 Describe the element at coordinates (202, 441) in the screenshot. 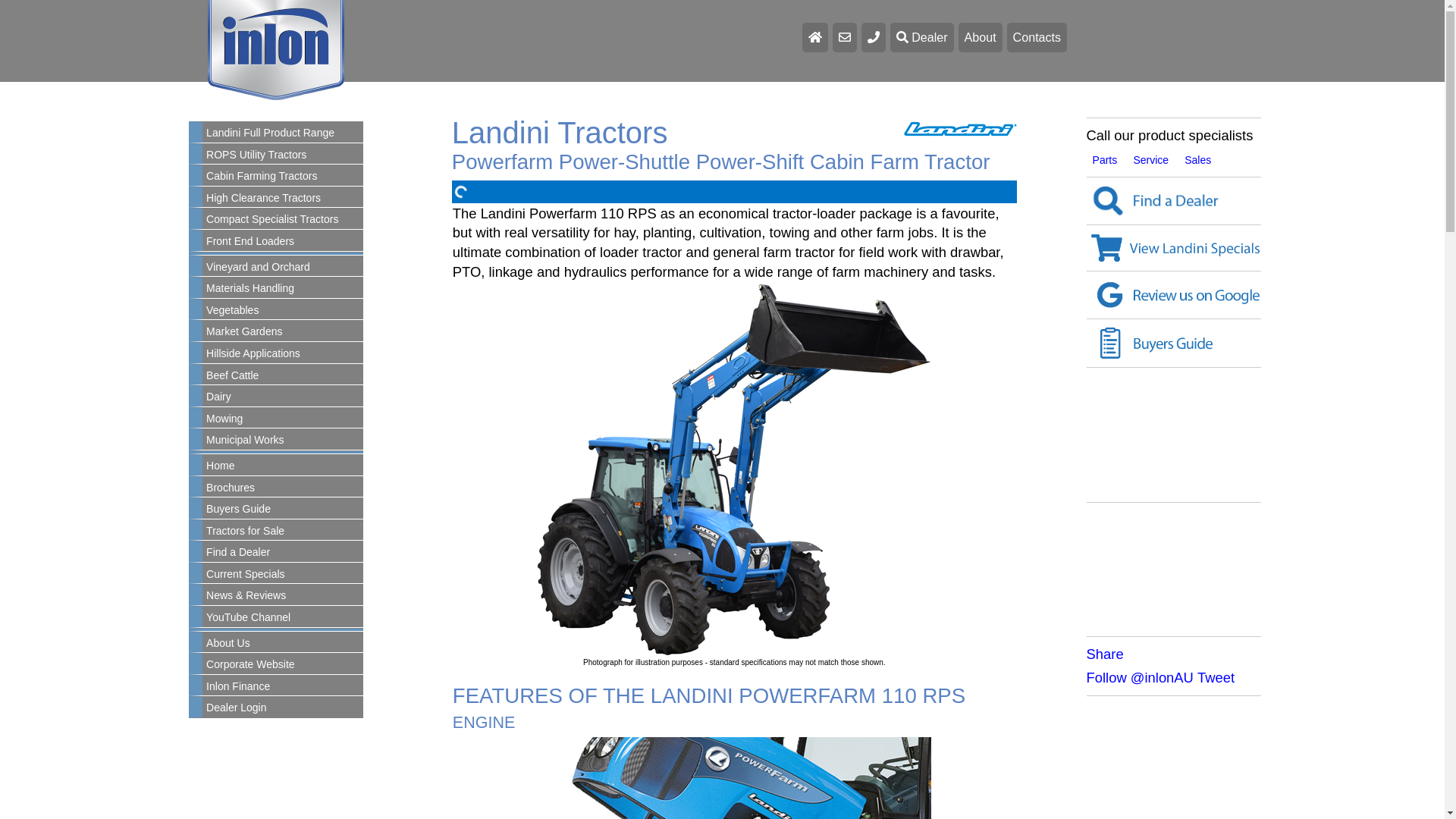

I see `'Municipal Works'` at that location.